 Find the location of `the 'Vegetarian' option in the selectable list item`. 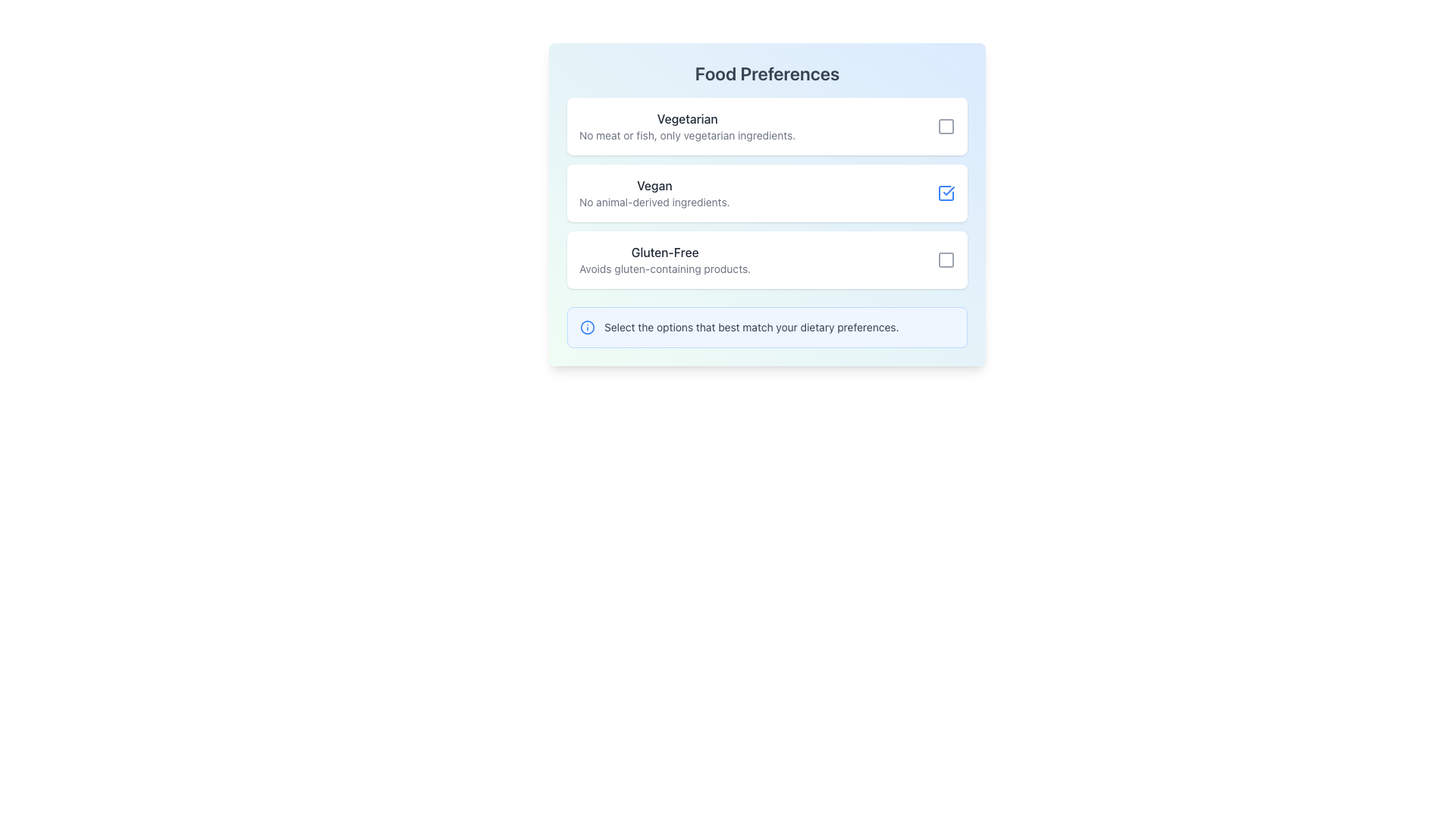

the 'Vegetarian' option in the selectable list item is located at coordinates (767, 125).